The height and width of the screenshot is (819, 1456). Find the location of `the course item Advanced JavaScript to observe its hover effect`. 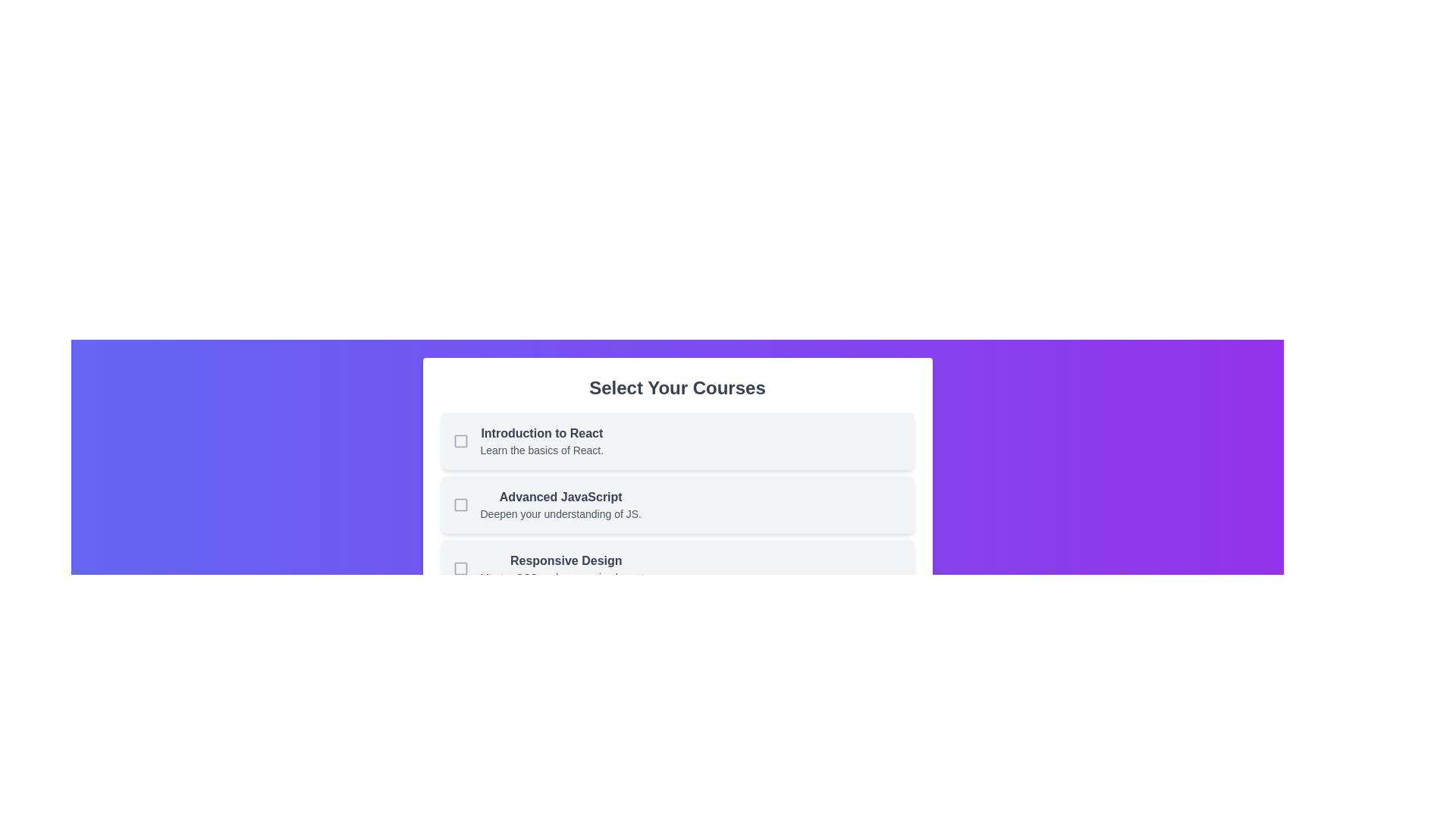

the course item Advanced JavaScript to observe its hover effect is located at coordinates (676, 505).